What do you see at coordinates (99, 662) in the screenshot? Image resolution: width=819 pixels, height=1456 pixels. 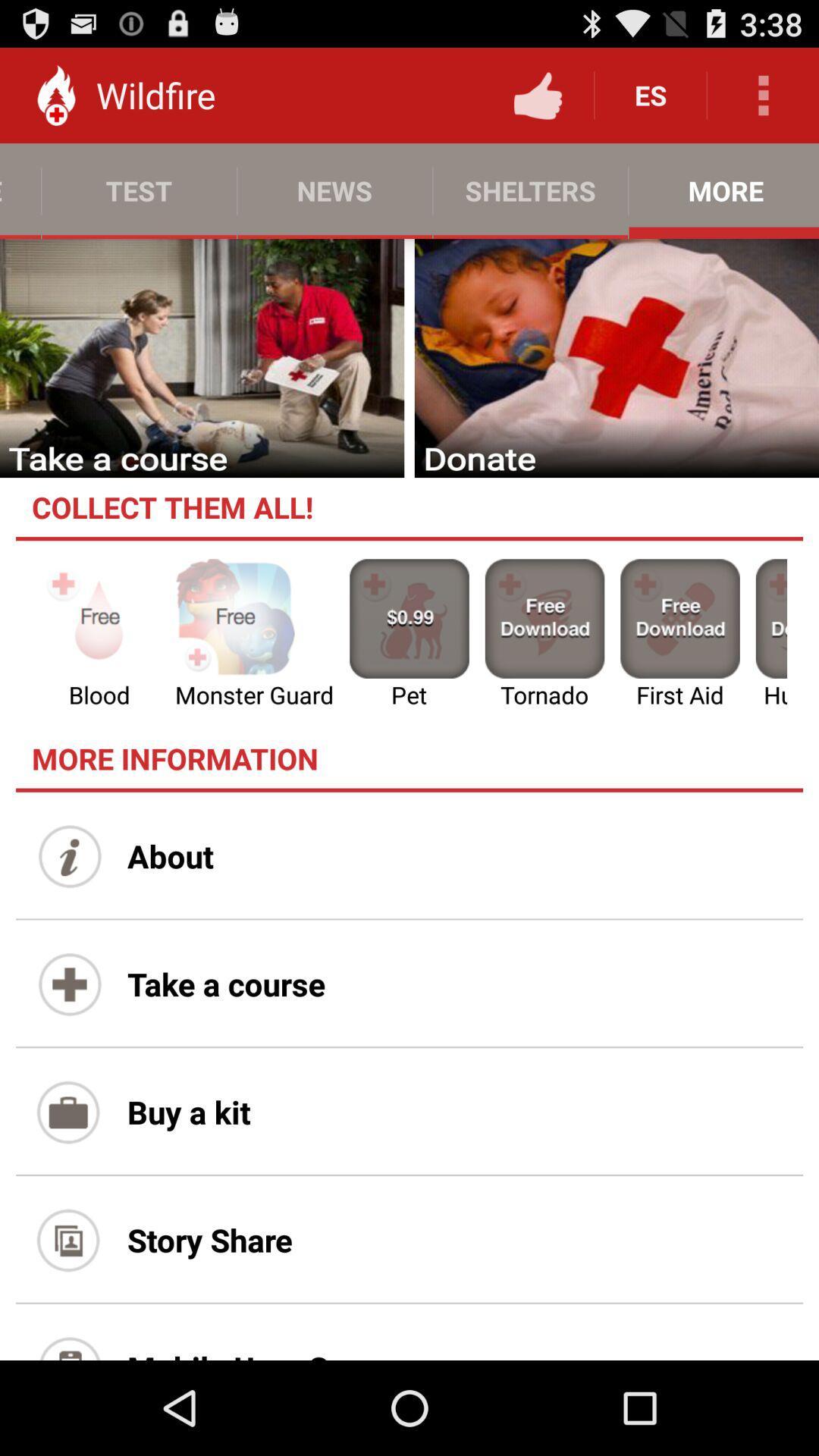 I see `the emoji icon` at bounding box center [99, 662].